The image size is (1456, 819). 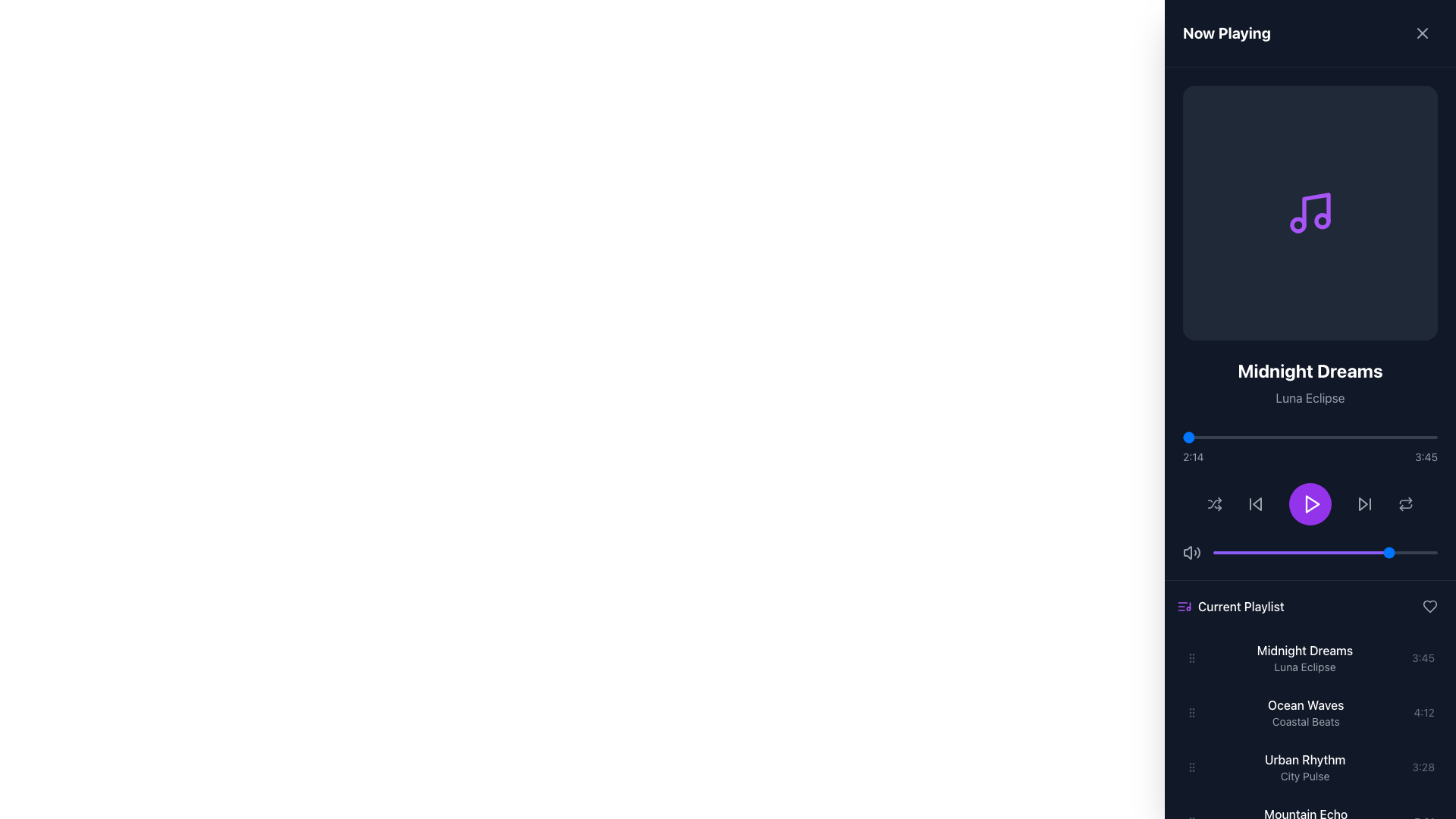 What do you see at coordinates (1226, 33) in the screenshot?
I see `the 'Now Playing' header text label located on the left side of the header panel, adjacent to the close button` at bounding box center [1226, 33].